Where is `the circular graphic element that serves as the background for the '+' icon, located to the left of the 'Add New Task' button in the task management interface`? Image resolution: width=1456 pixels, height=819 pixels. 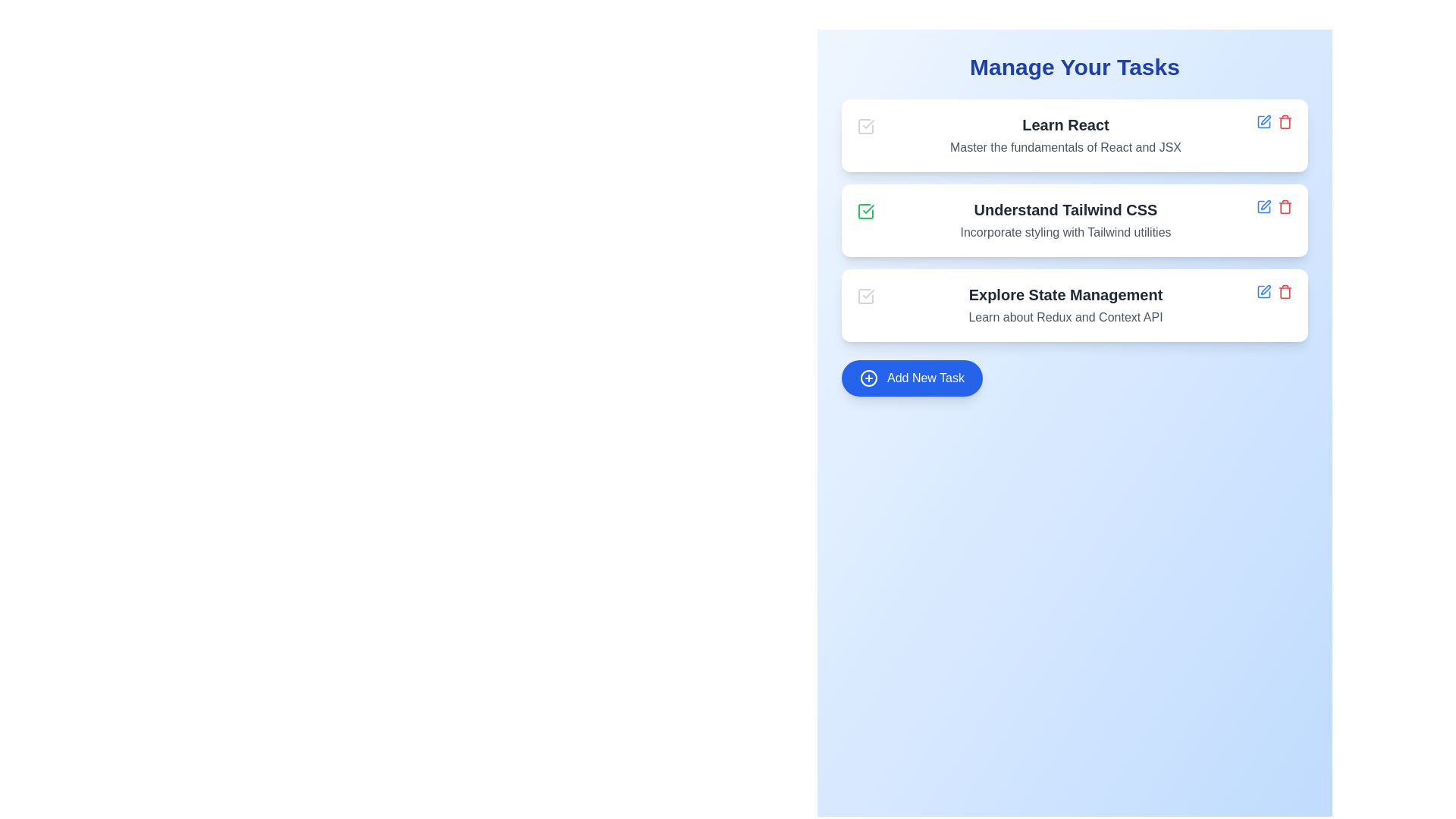
the circular graphic element that serves as the background for the '+' icon, located to the left of the 'Add New Task' button in the task management interface is located at coordinates (869, 377).